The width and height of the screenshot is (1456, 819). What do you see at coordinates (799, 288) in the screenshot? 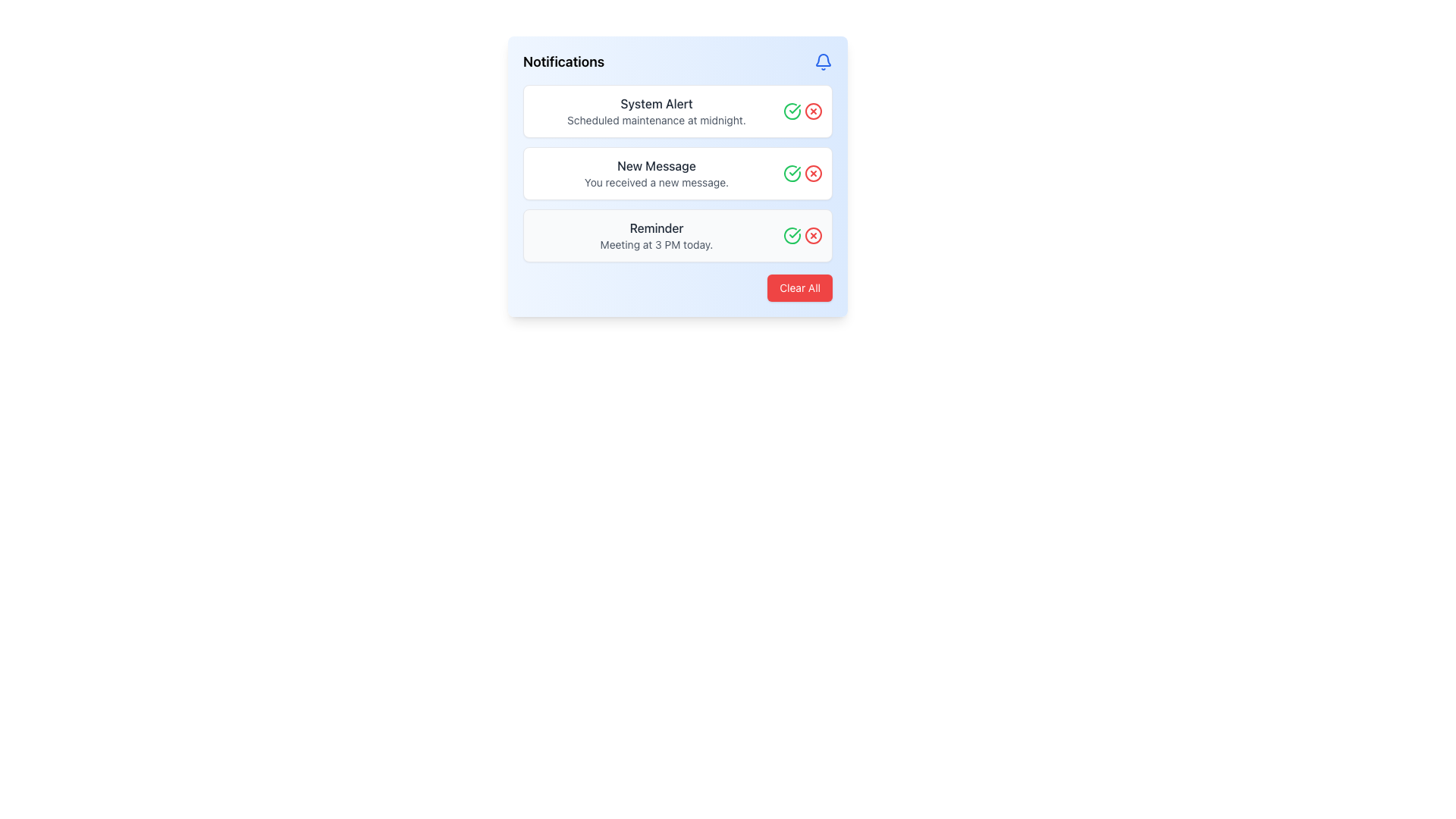
I see `the red 'Clear All' button with white text located at the bottom-right corner of the notification panel to clear all notifications` at bounding box center [799, 288].